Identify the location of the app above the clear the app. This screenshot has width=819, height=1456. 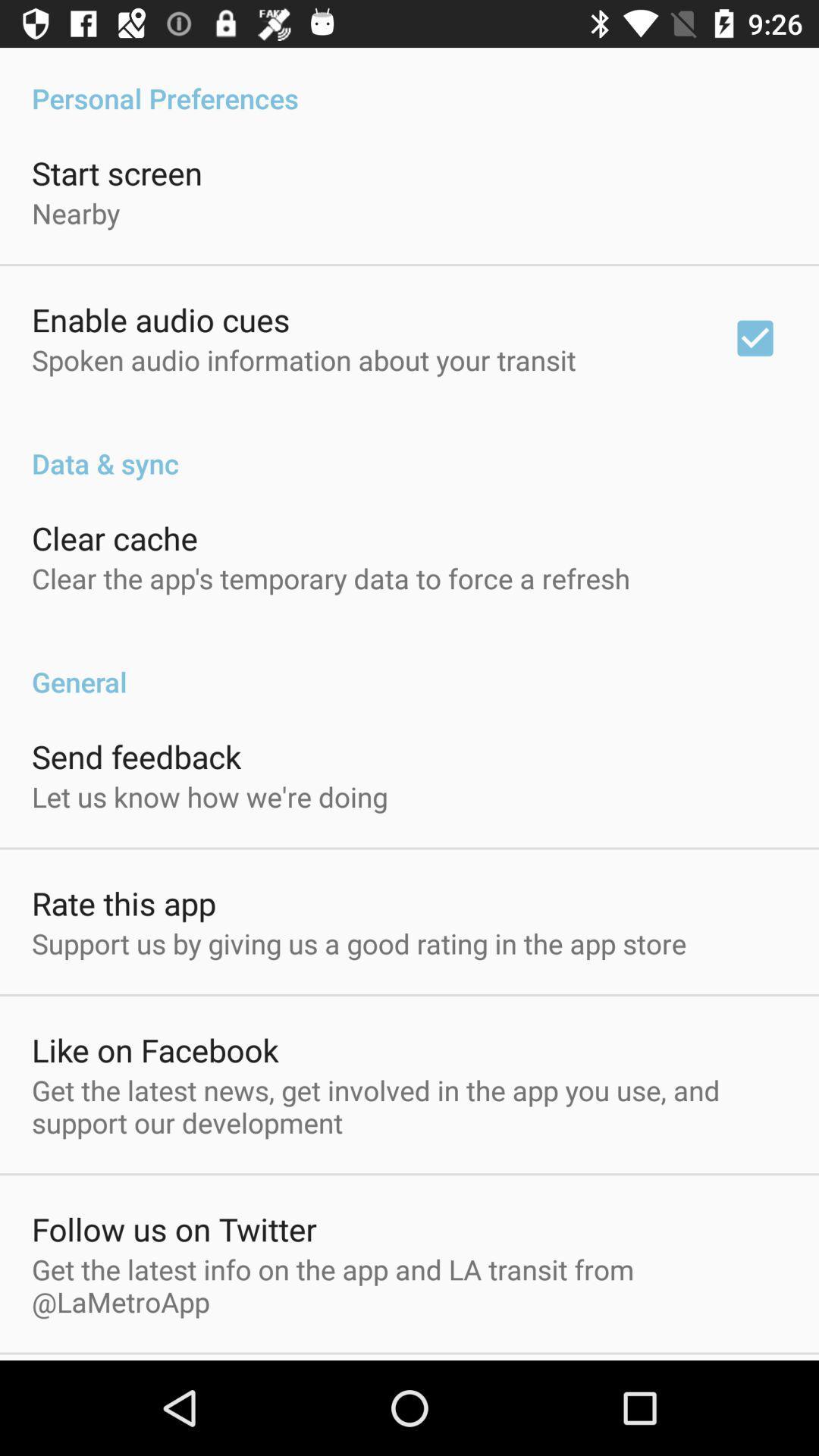
(114, 538).